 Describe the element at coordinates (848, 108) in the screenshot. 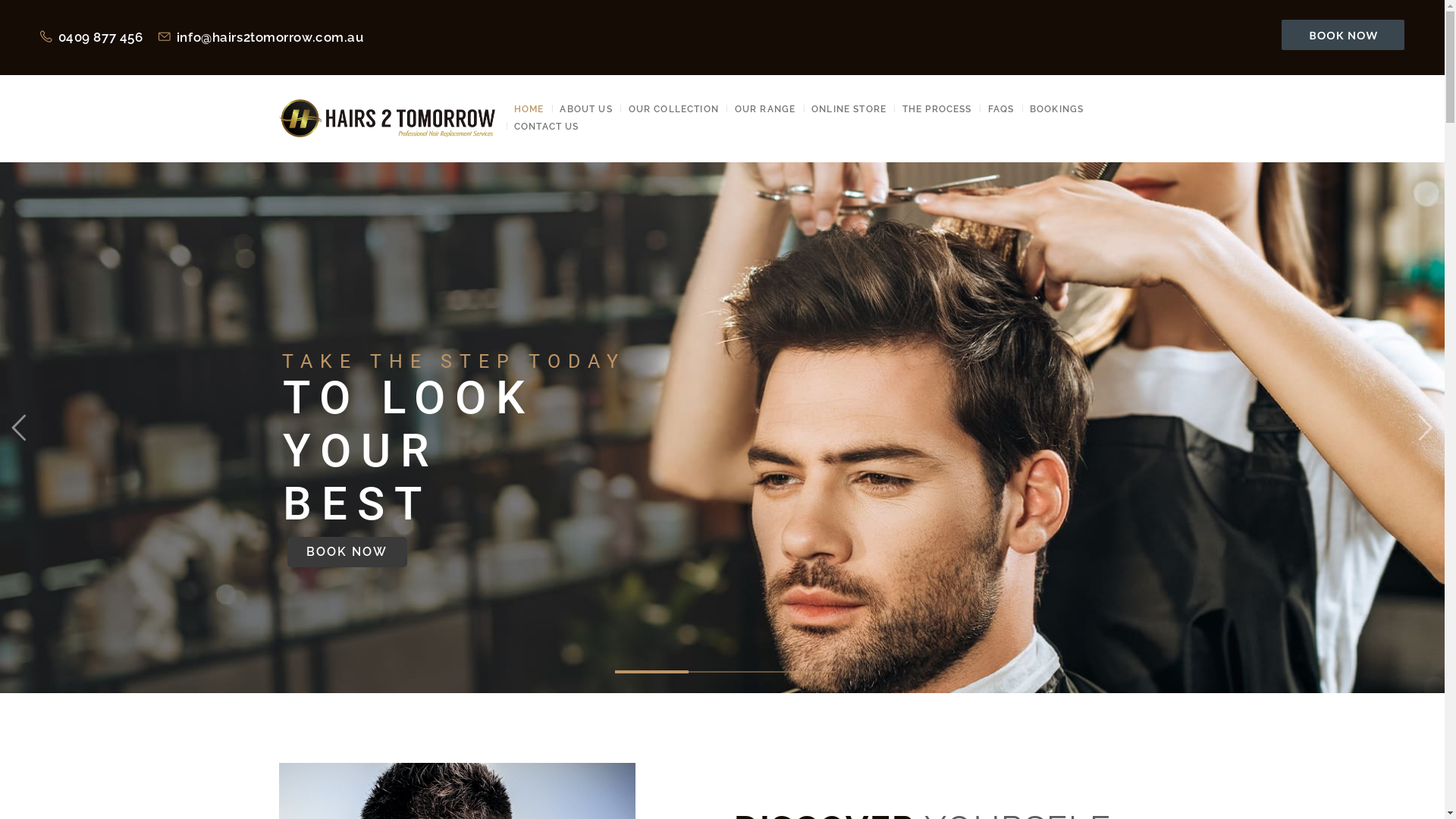

I see `'ONLINE STORE'` at that location.